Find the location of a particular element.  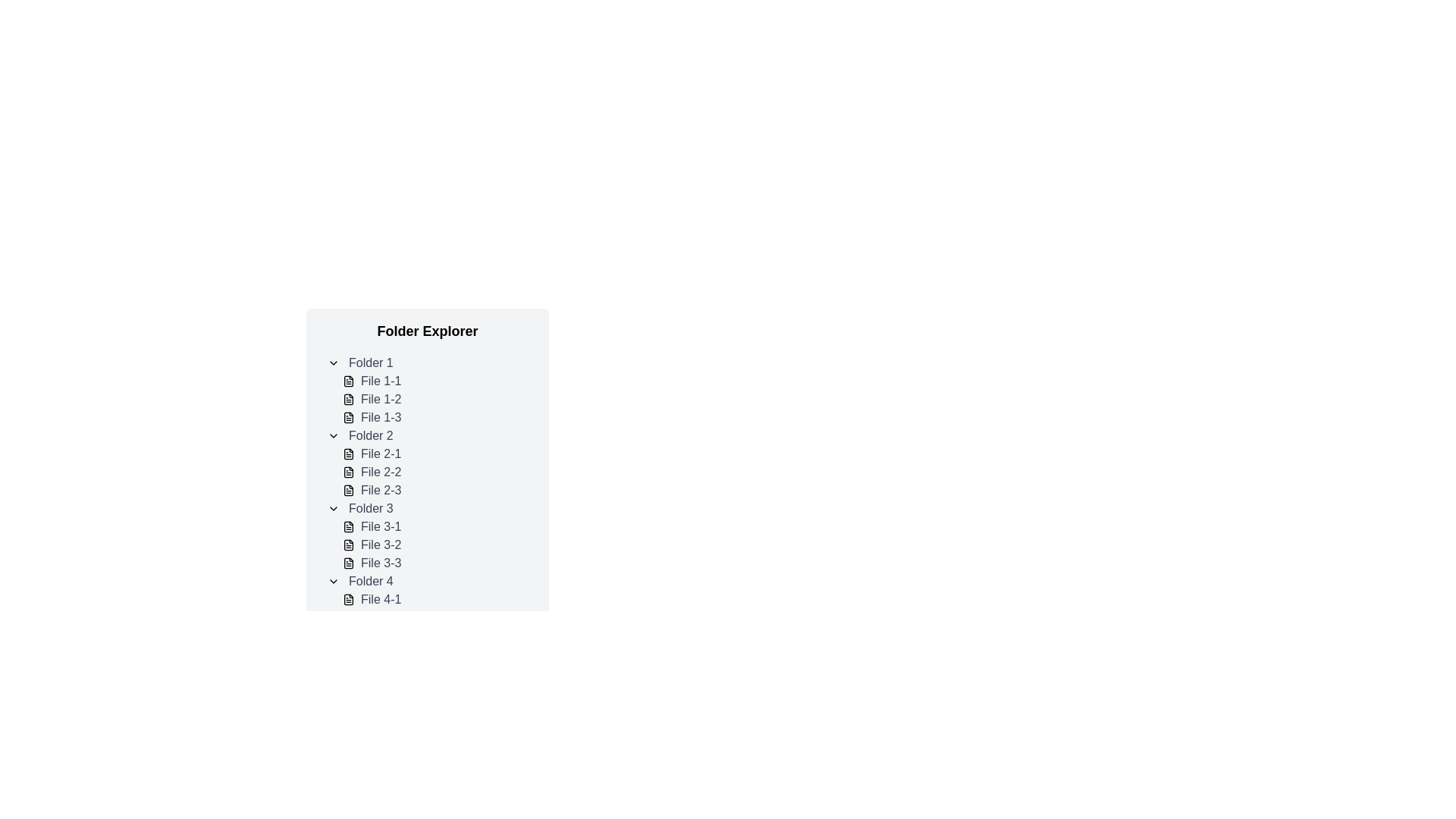

the file icon titled 'File 4-1' from the 'Folder 4' section in the 'Folder Explorer' is located at coordinates (348, 598).